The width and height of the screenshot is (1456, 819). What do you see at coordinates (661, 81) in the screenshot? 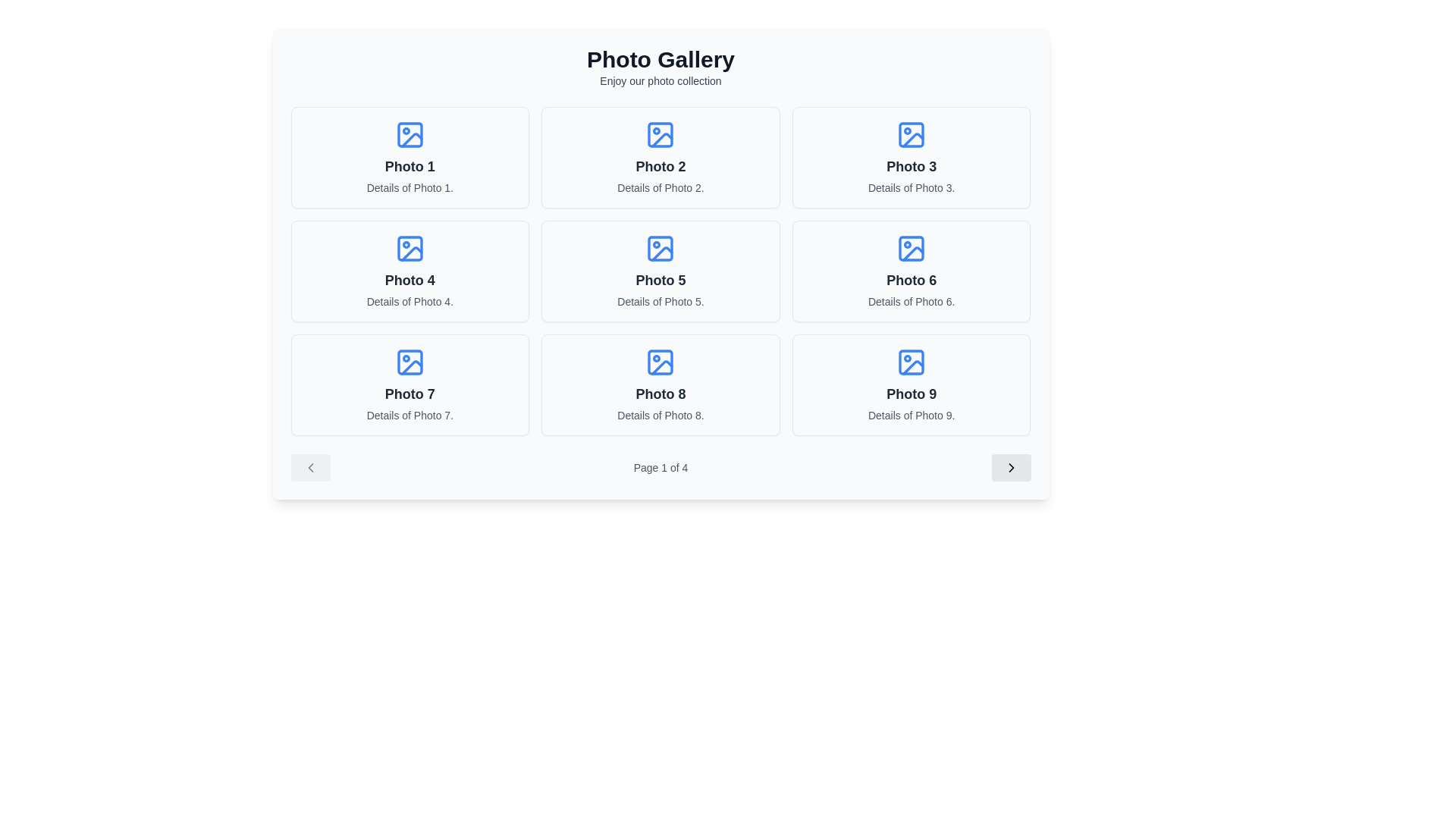
I see `the static text element located beneath the 'Photo Gallery' text, which provides a welcoming statement about the gallery section` at bounding box center [661, 81].